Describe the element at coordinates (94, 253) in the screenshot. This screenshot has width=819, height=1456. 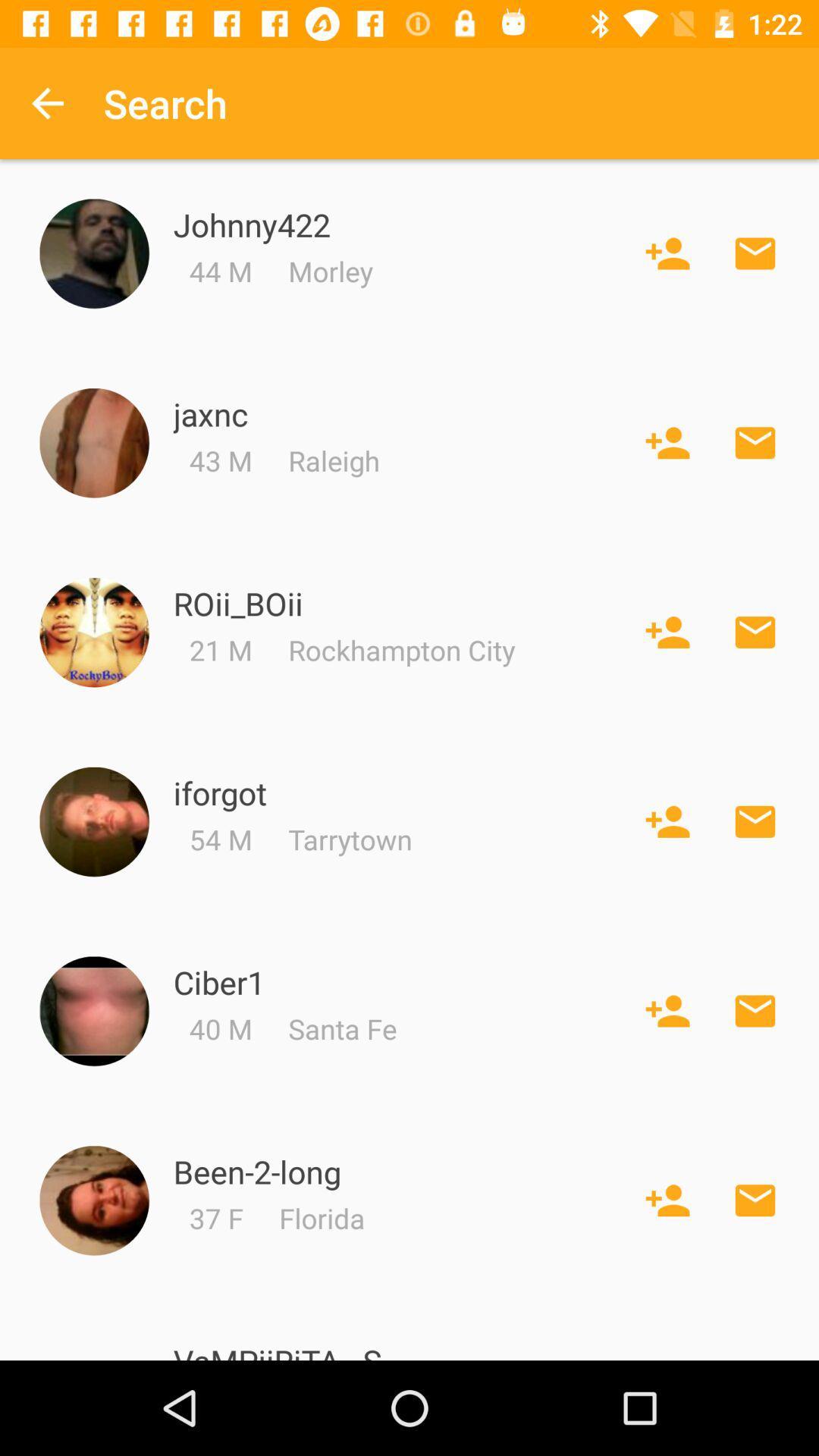
I see `profile` at that location.